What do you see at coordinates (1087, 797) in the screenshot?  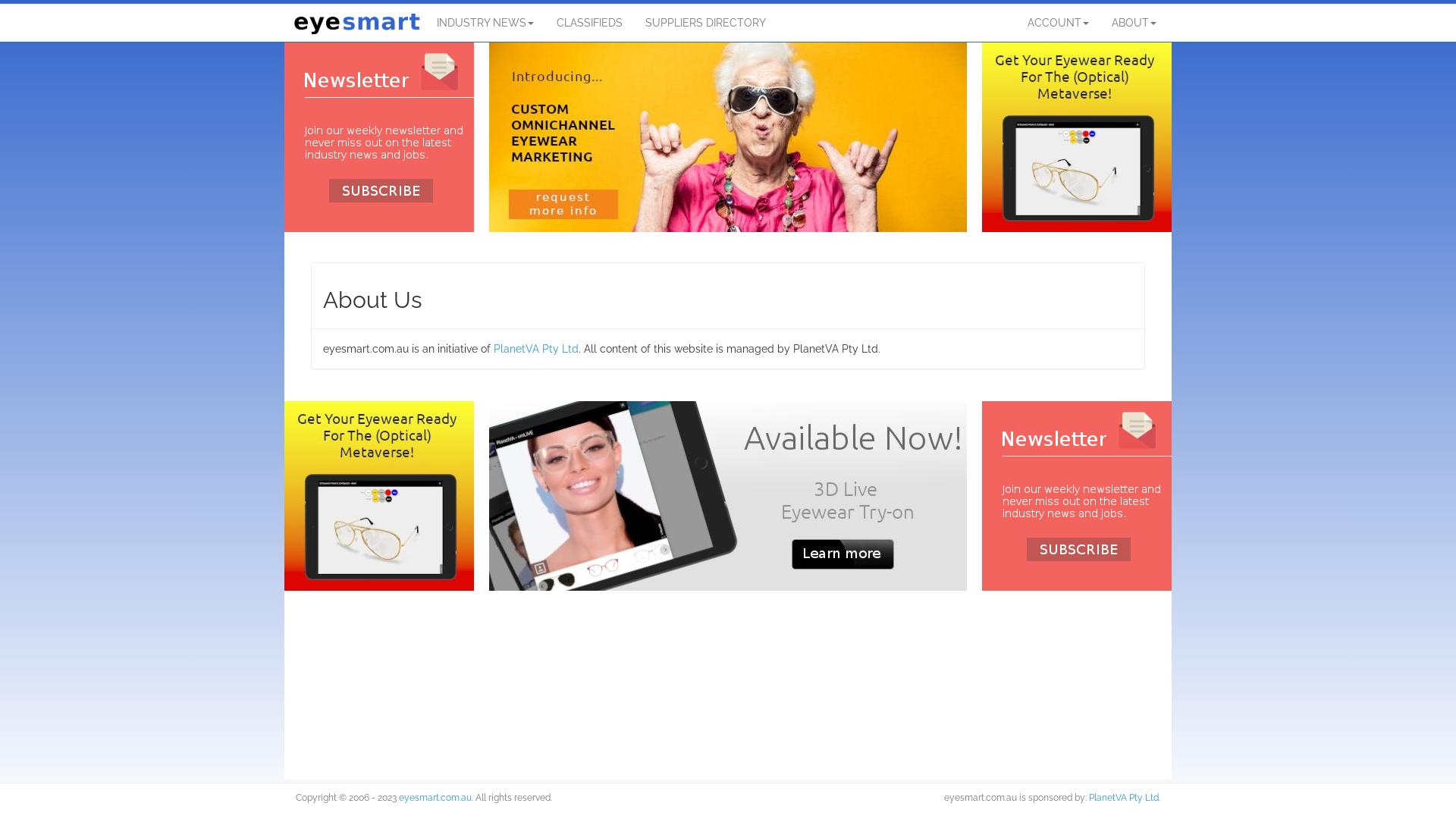 I see `'PlanetVA Pty Ltd'` at bounding box center [1087, 797].